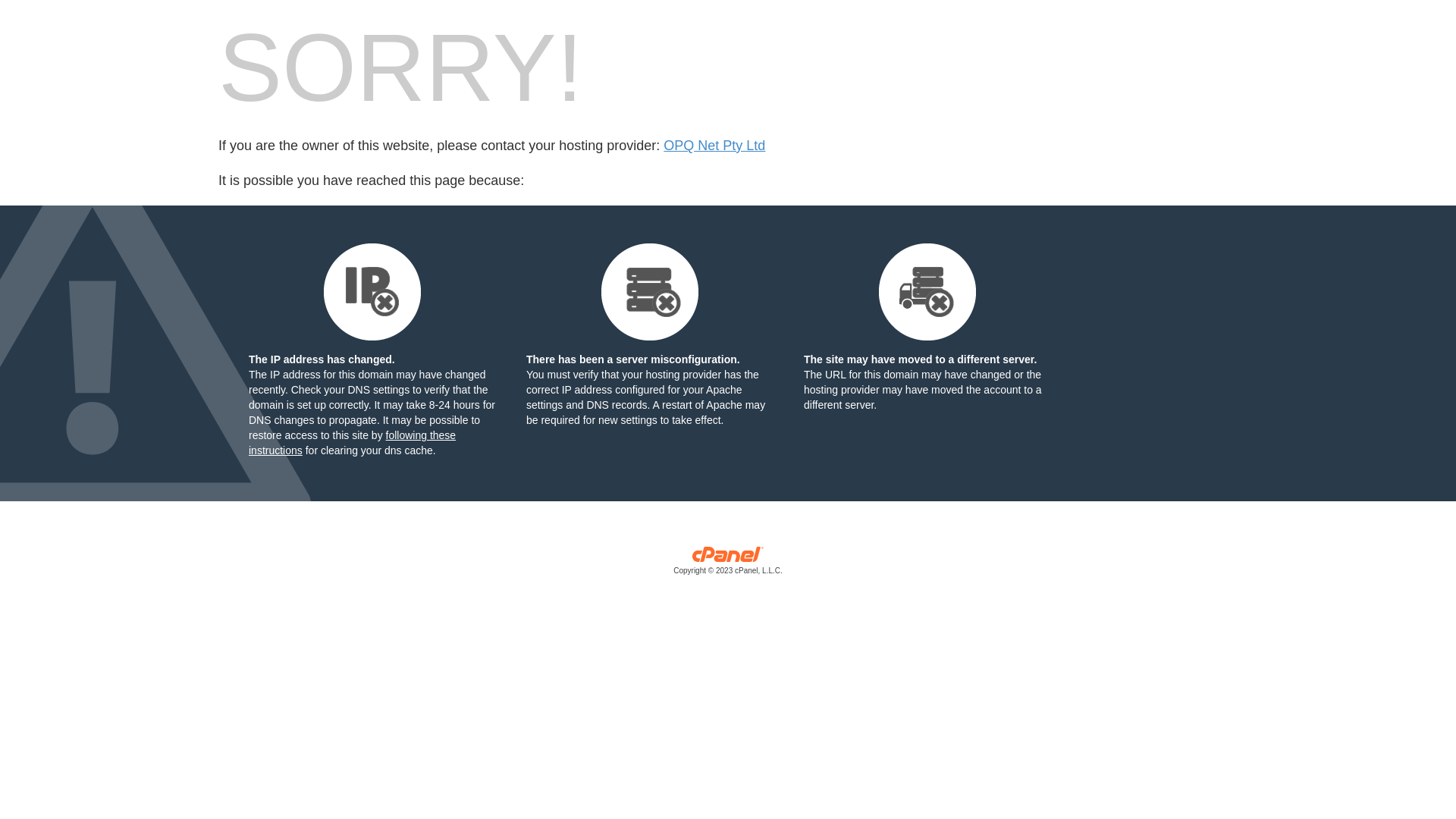 The width and height of the screenshot is (1456, 819). I want to click on 'following these instructions', so click(351, 442).